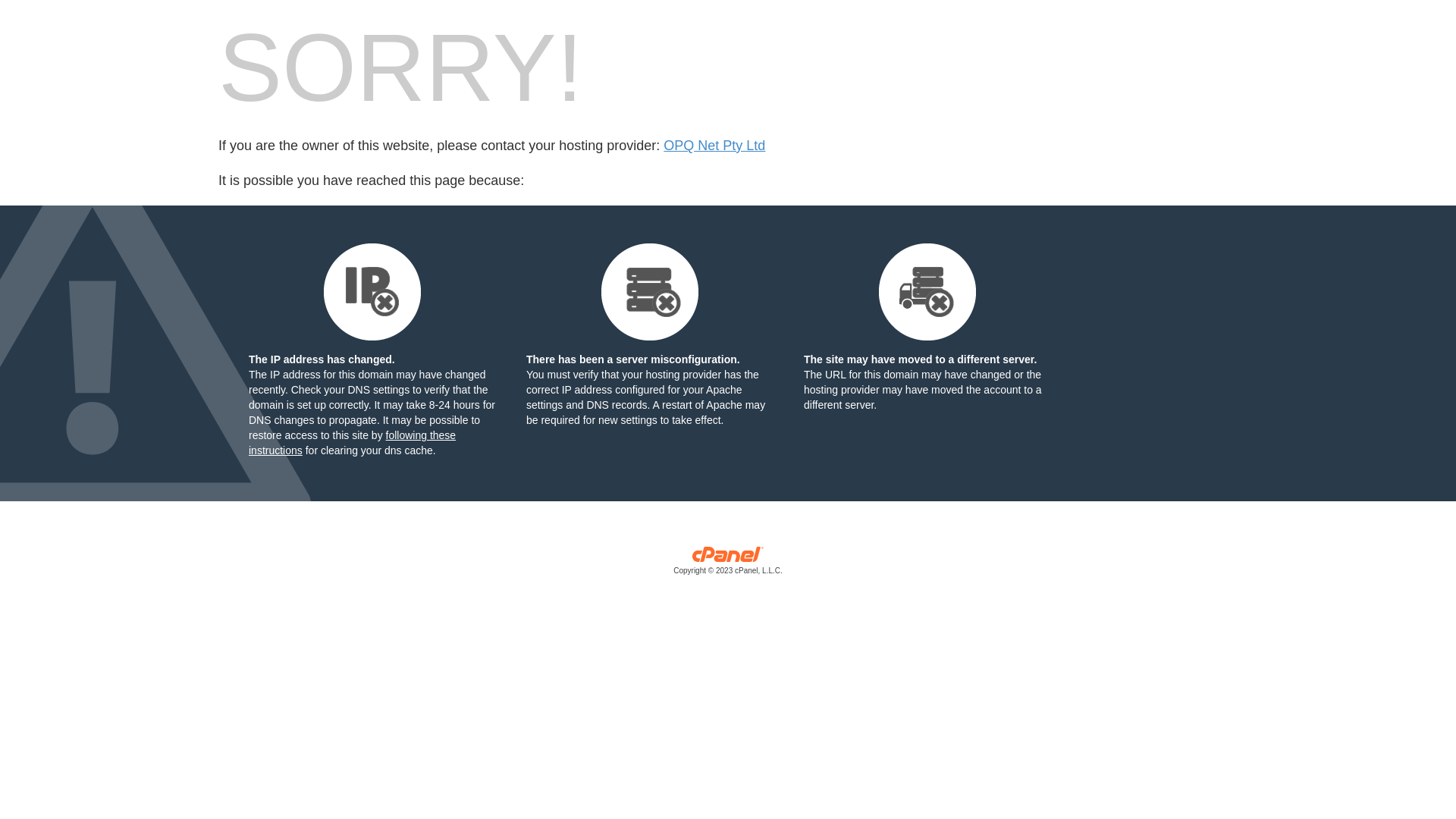 The width and height of the screenshot is (1456, 819). I want to click on 'following these instructions', so click(351, 442).